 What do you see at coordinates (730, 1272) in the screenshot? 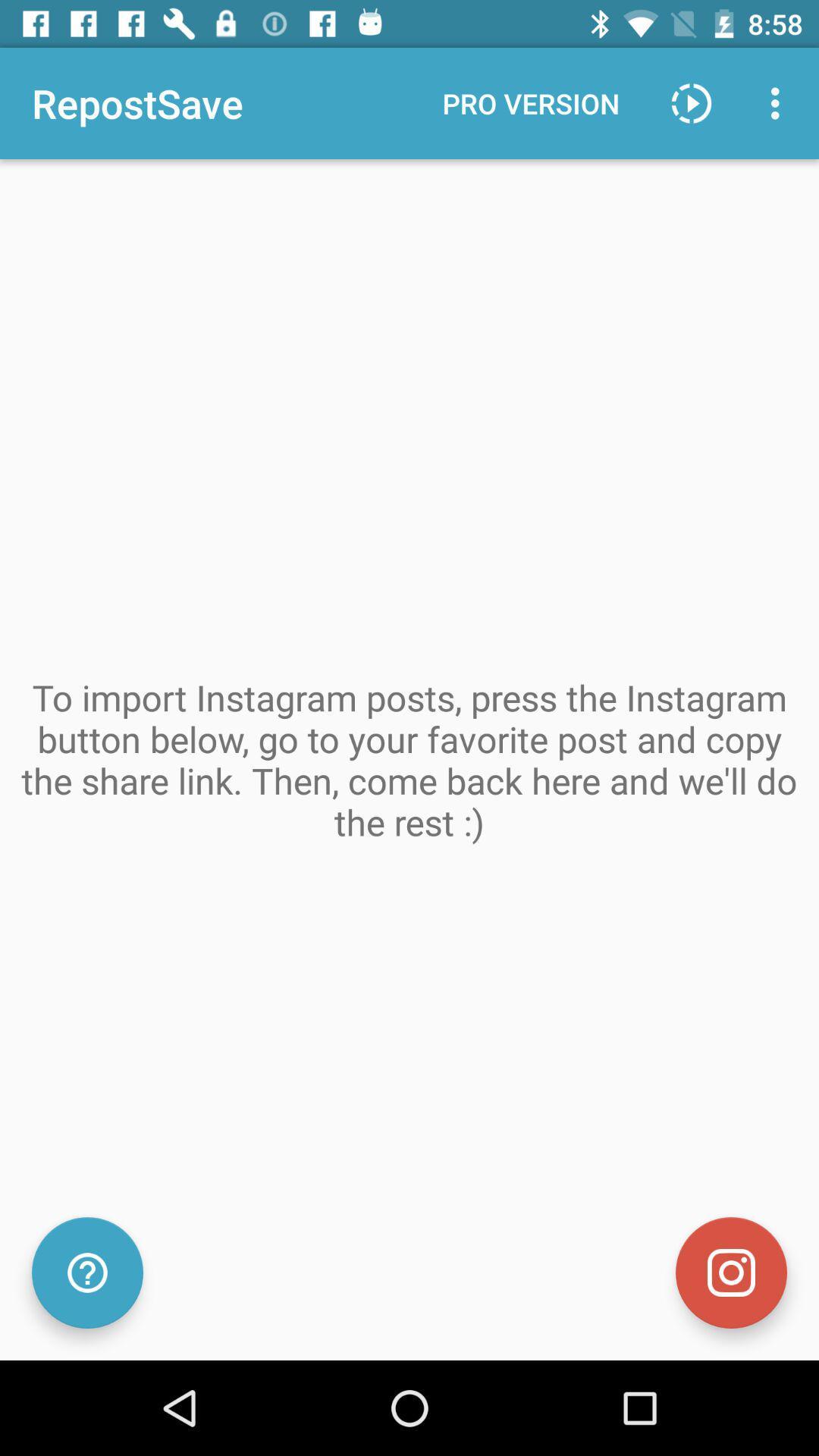
I see `icon at the bottom right corner` at bounding box center [730, 1272].